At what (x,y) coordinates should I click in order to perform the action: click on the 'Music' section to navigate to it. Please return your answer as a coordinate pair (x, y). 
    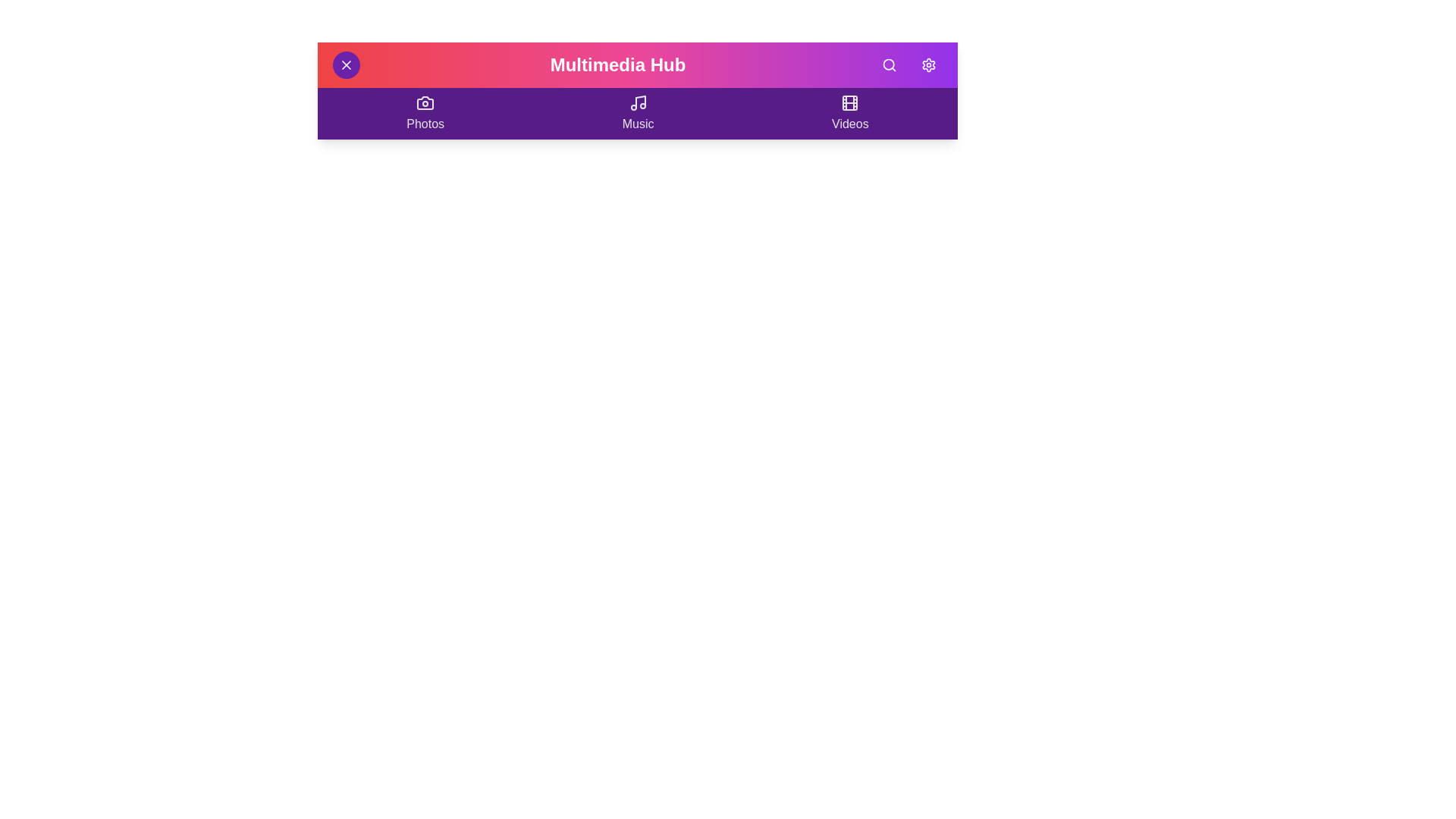
    Looking at the image, I should click on (637, 113).